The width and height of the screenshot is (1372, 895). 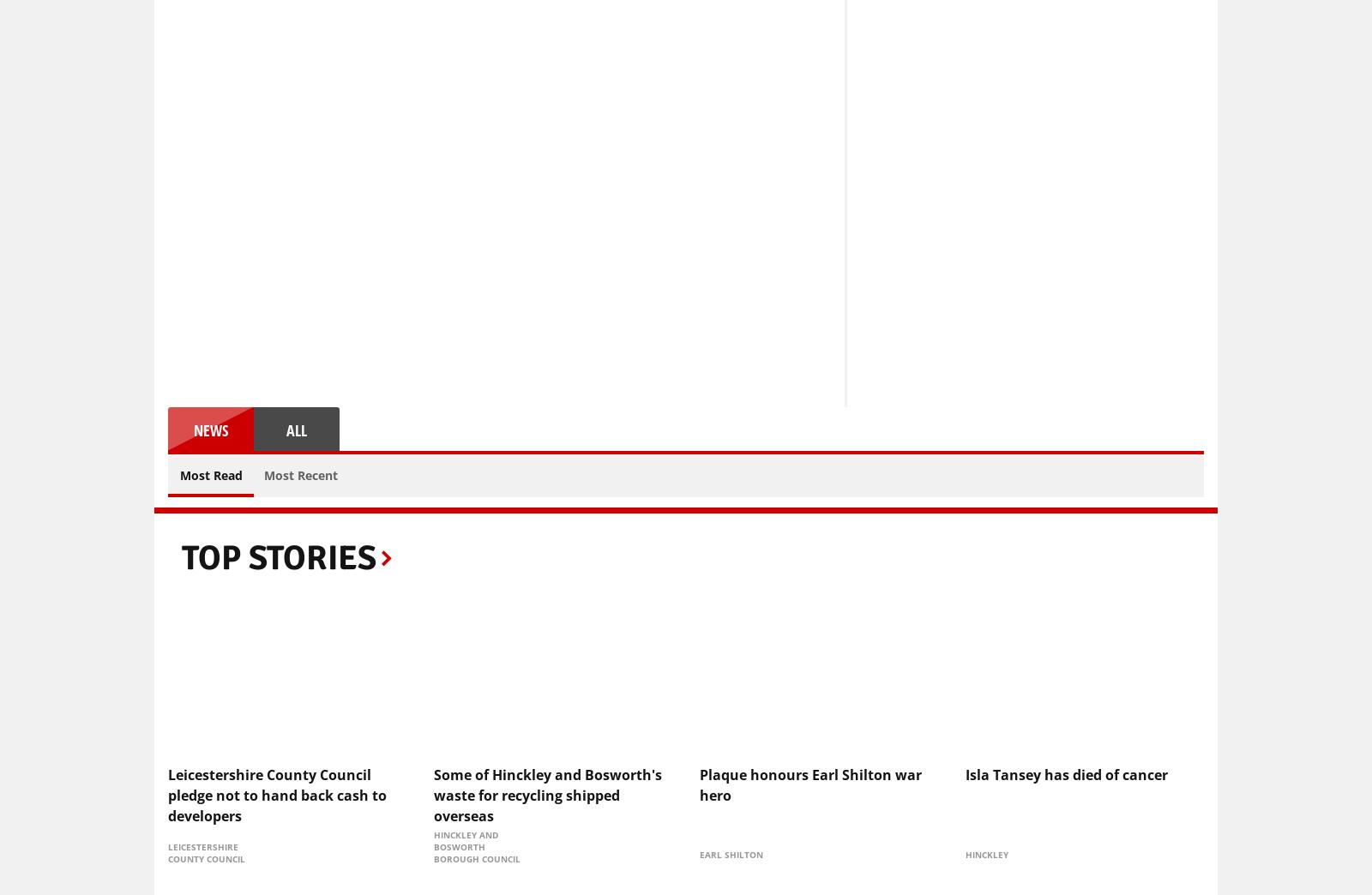 I want to click on 'Most Read', so click(x=210, y=473).